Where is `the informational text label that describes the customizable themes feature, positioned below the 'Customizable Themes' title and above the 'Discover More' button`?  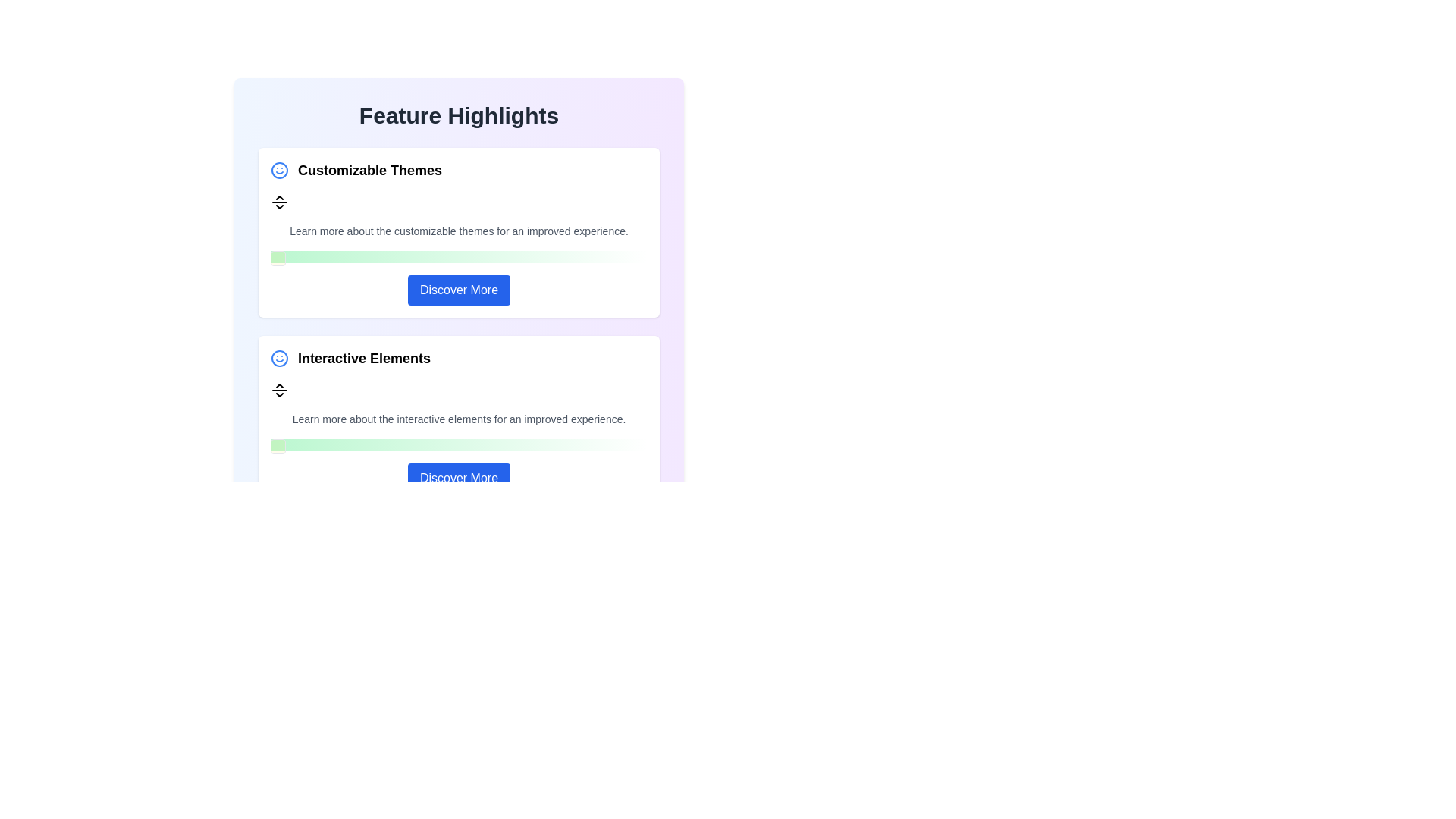
the informational text label that describes the customizable themes feature, positioned below the 'Customizable Themes' title and above the 'Discover More' button is located at coordinates (458, 231).